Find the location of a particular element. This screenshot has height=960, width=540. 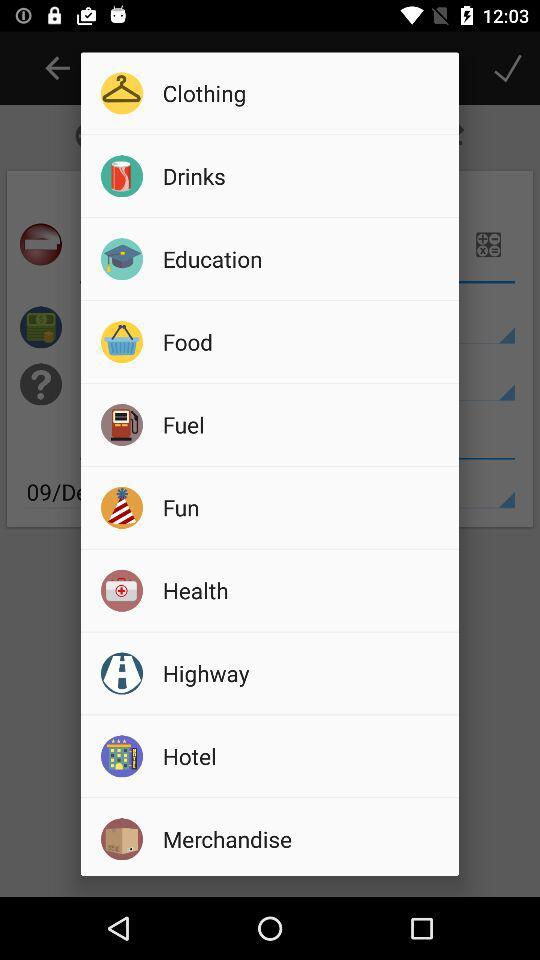

icon below fun icon is located at coordinates (303, 590).